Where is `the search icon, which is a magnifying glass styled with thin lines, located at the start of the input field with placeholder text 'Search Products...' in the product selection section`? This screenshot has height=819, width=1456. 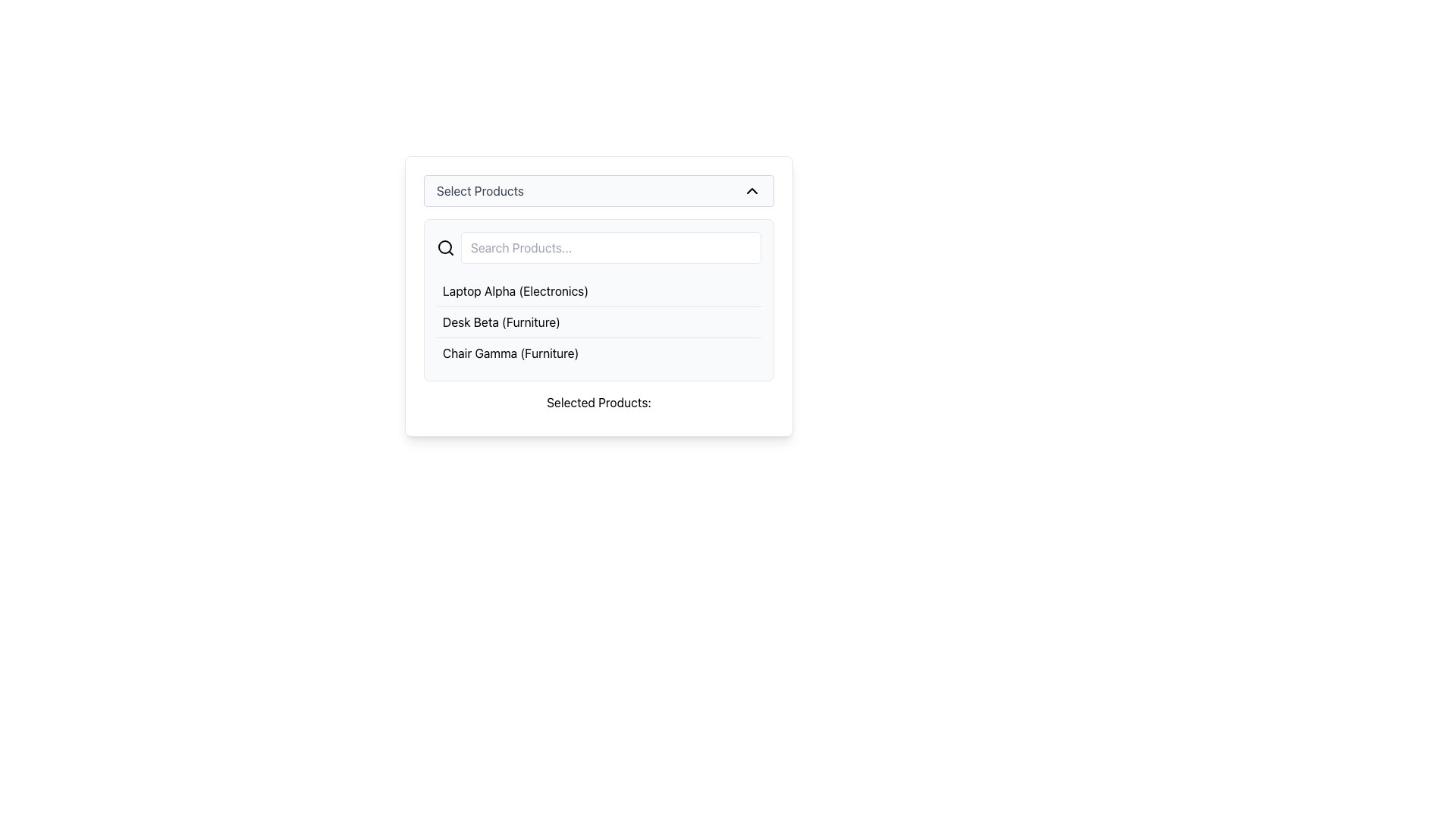
the search icon, which is a magnifying glass styled with thin lines, located at the start of the input field with placeholder text 'Search Products...' in the product selection section is located at coordinates (445, 247).